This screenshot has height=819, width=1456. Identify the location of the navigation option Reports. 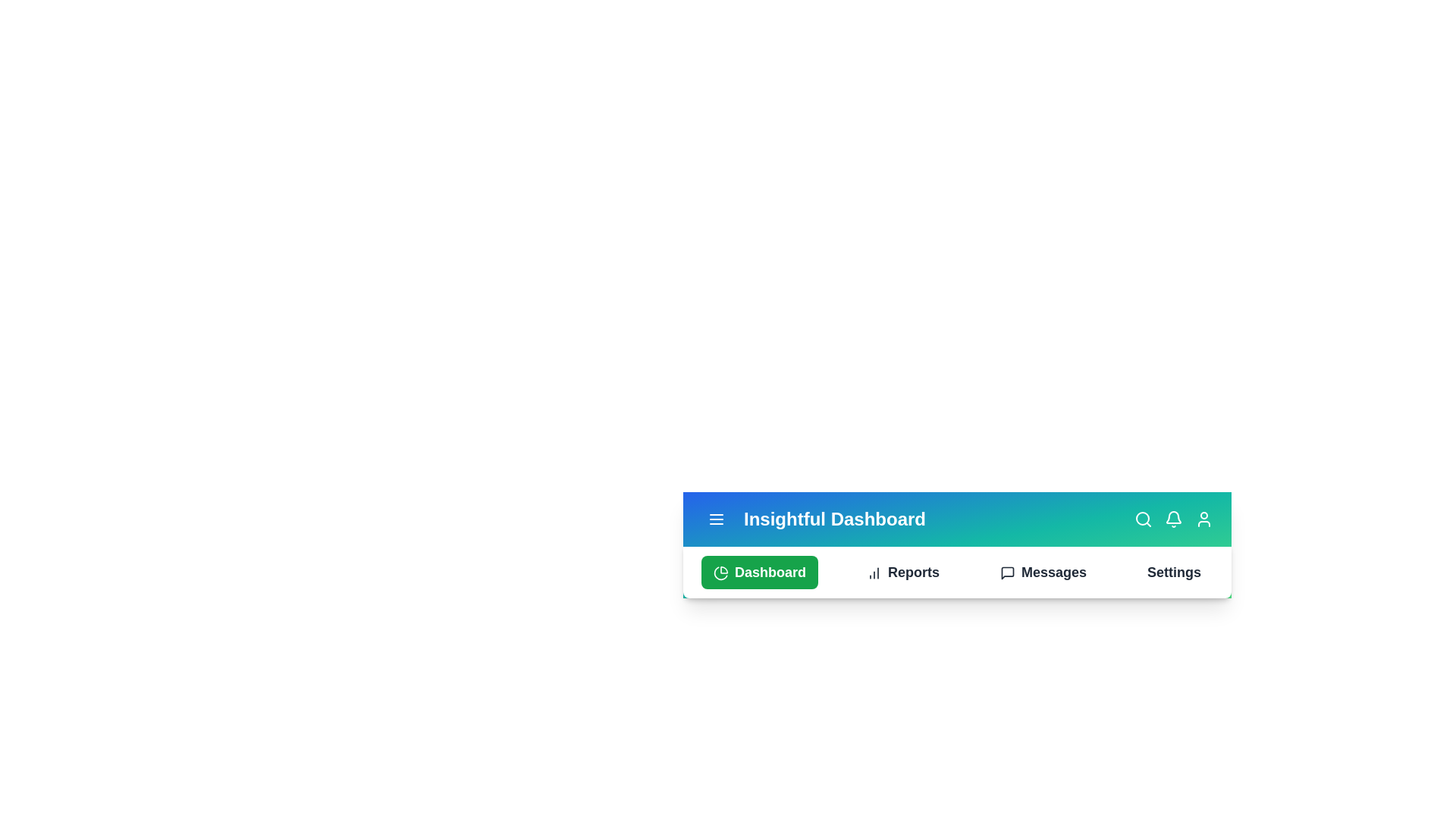
(902, 573).